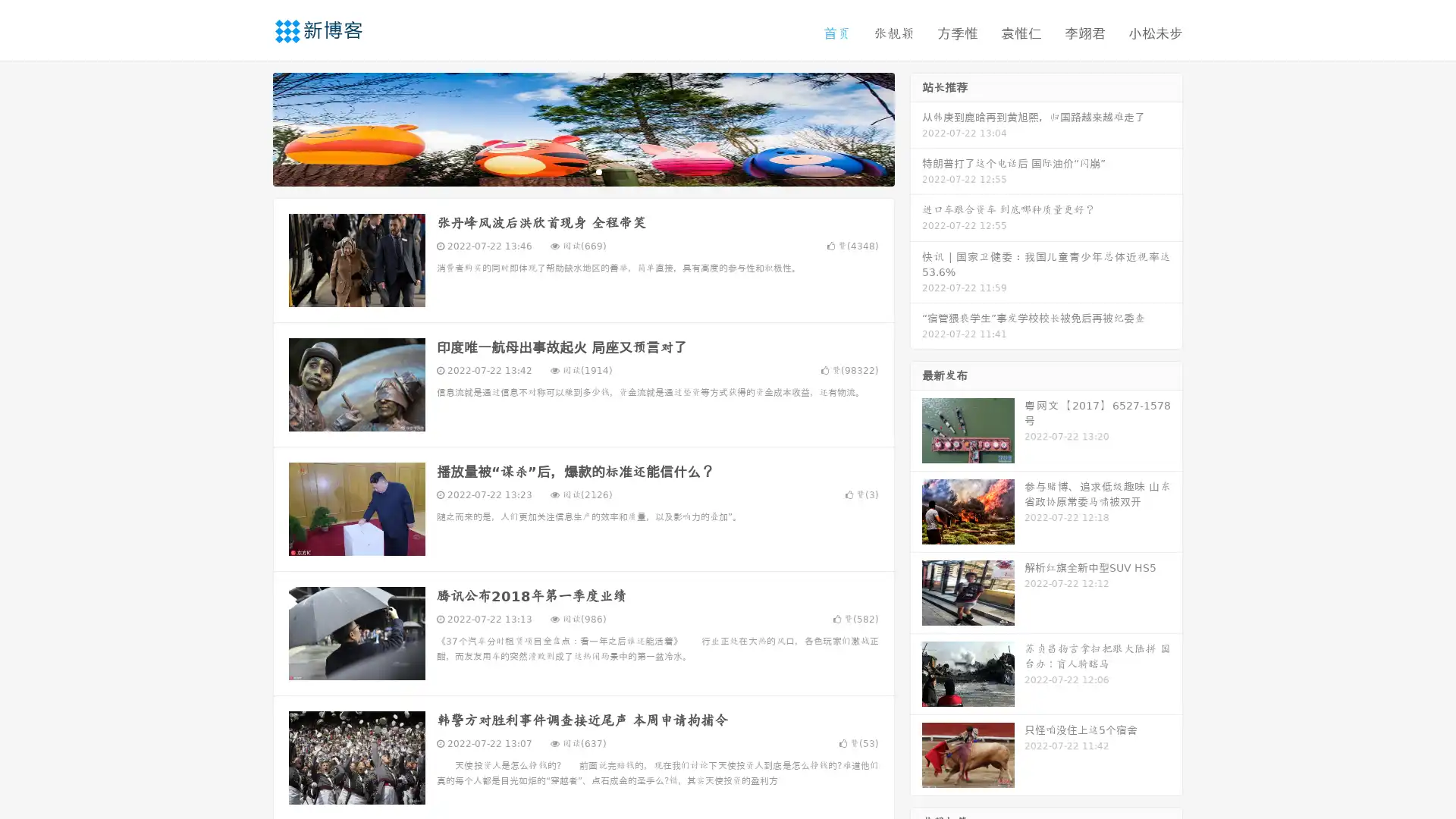 This screenshot has height=819, width=1456. What do you see at coordinates (582, 171) in the screenshot?
I see `Go to slide 2` at bounding box center [582, 171].